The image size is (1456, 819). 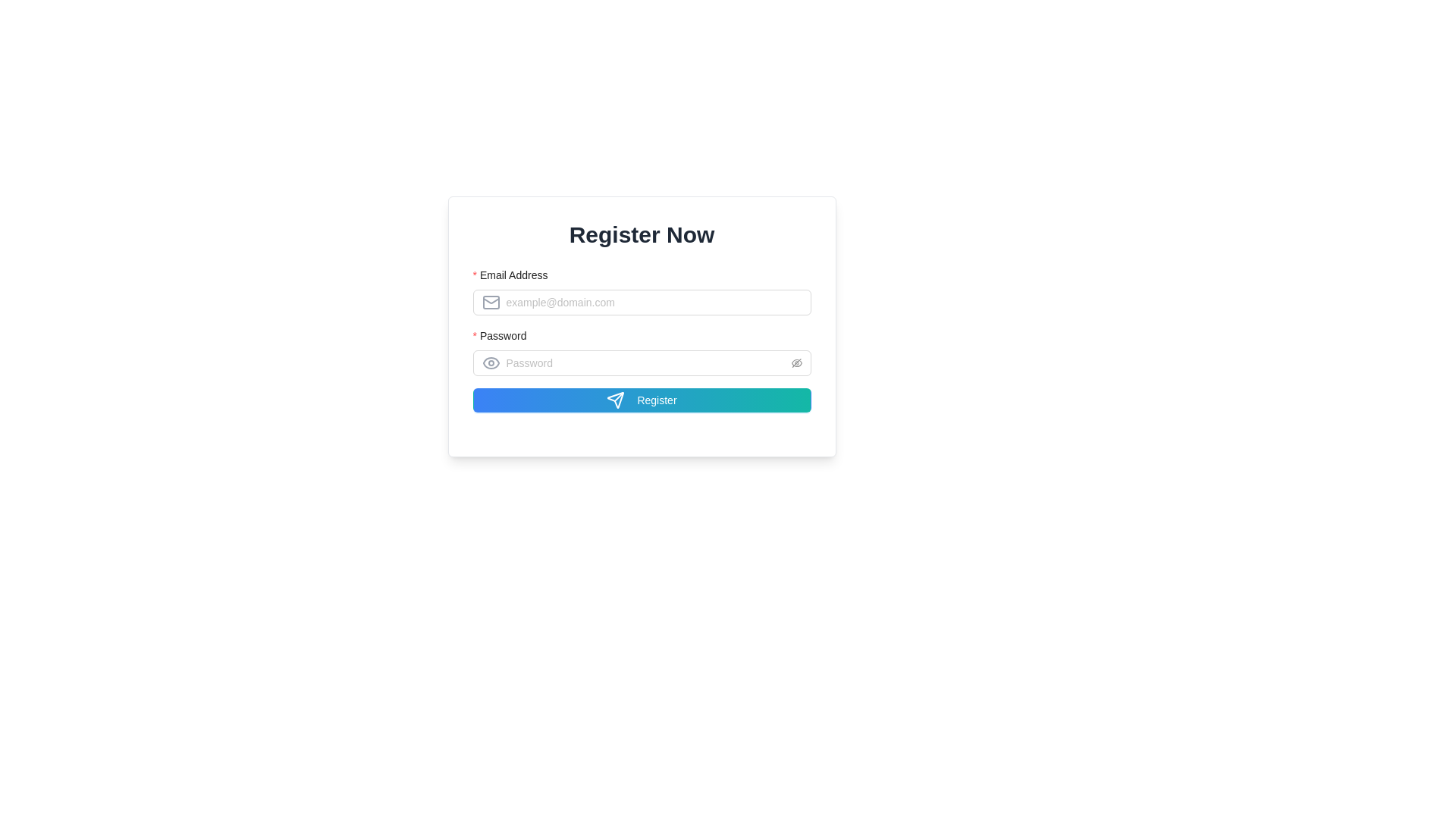 What do you see at coordinates (642, 400) in the screenshot?
I see `the 'Register' button with a gradient background transitioning from blue to teal, located at the bottom center of the form layout` at bounding box center [642, 400].